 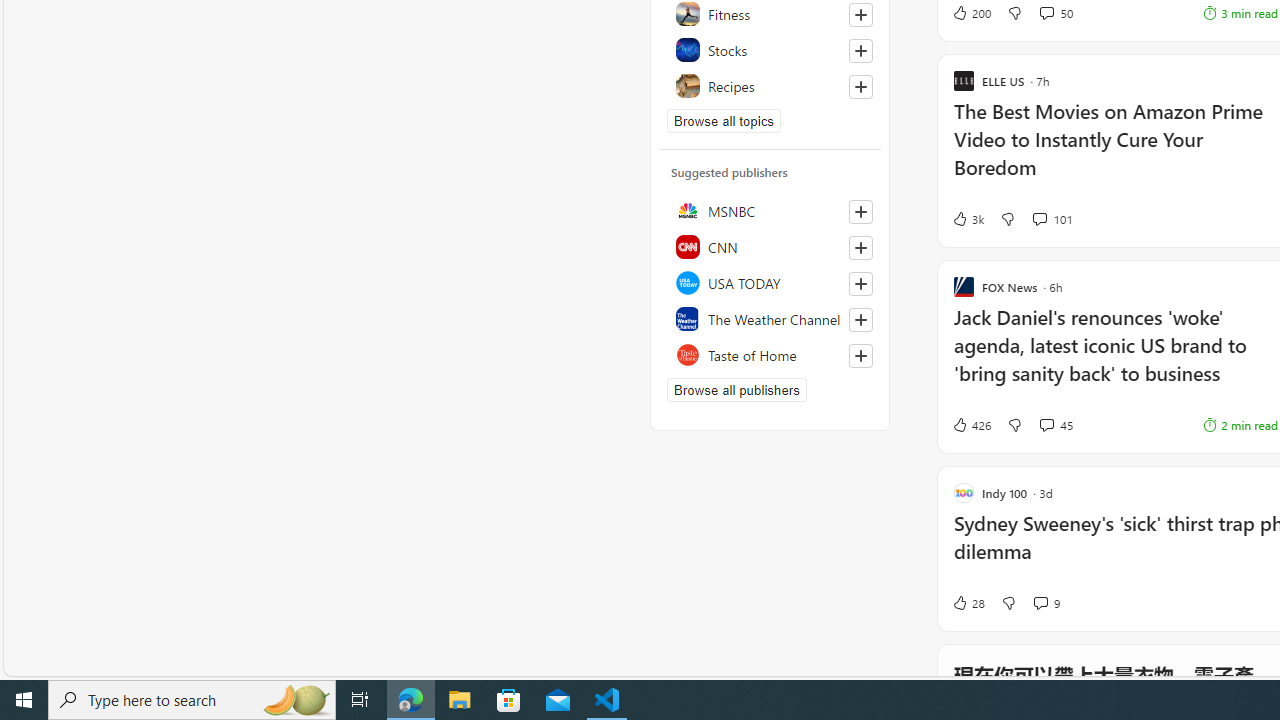 I want to click on '28 Like', so click(x=968, y=602).